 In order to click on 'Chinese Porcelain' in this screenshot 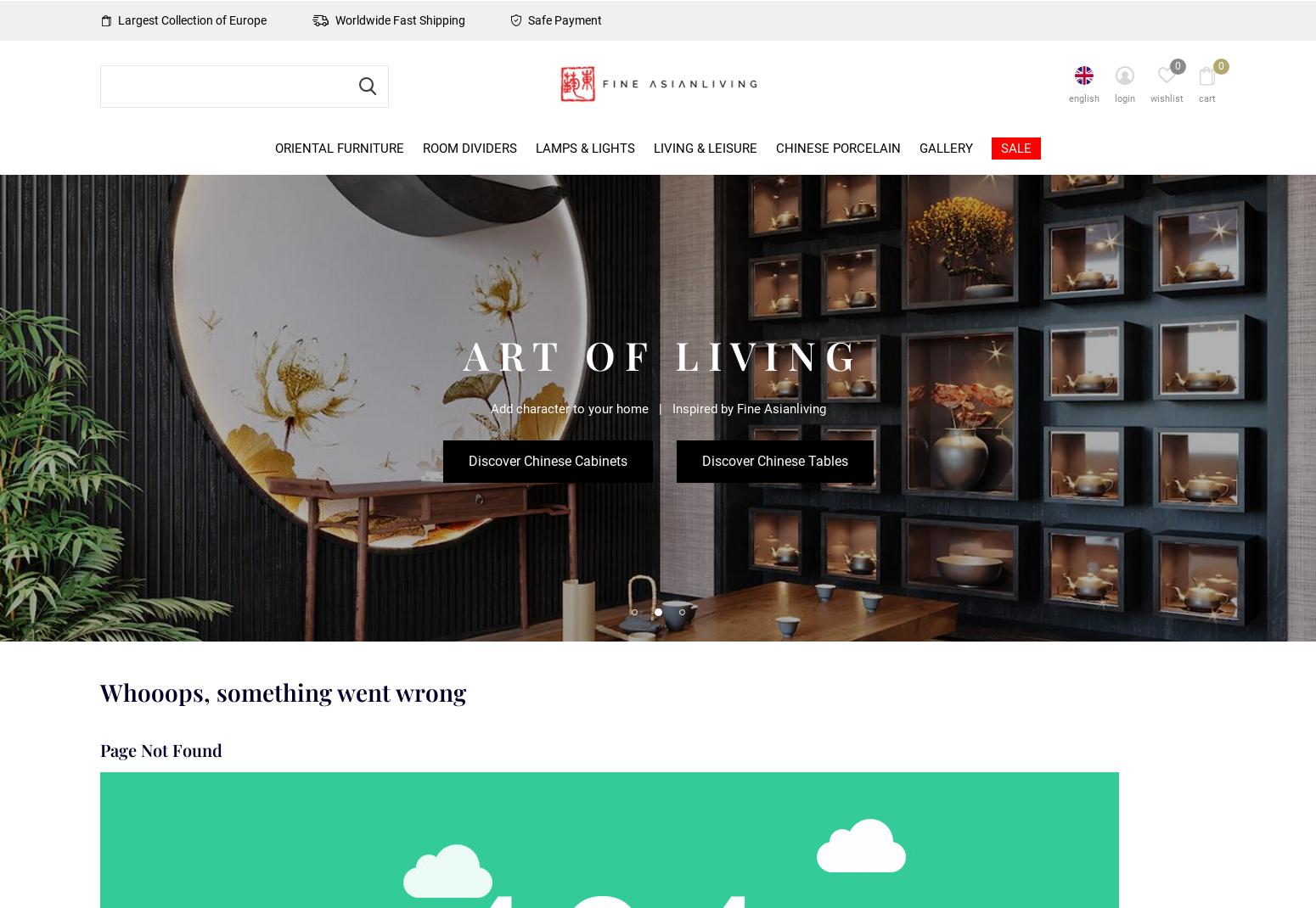, I will do `click(837, 147)`.